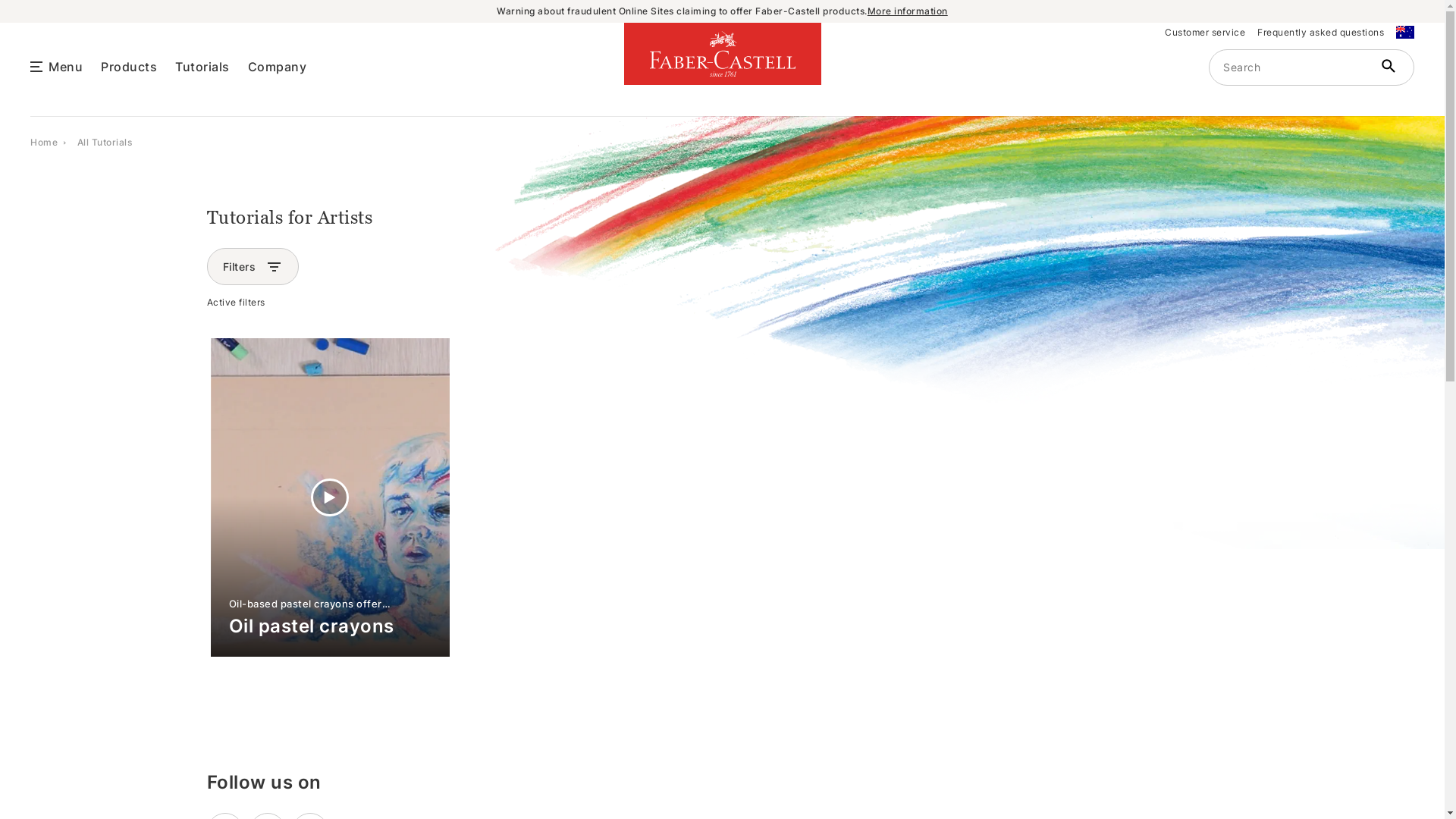 The width and height of the screenshot is (1456, 819). I want to click on 'Frequently asked questions', so click(1319, 32).